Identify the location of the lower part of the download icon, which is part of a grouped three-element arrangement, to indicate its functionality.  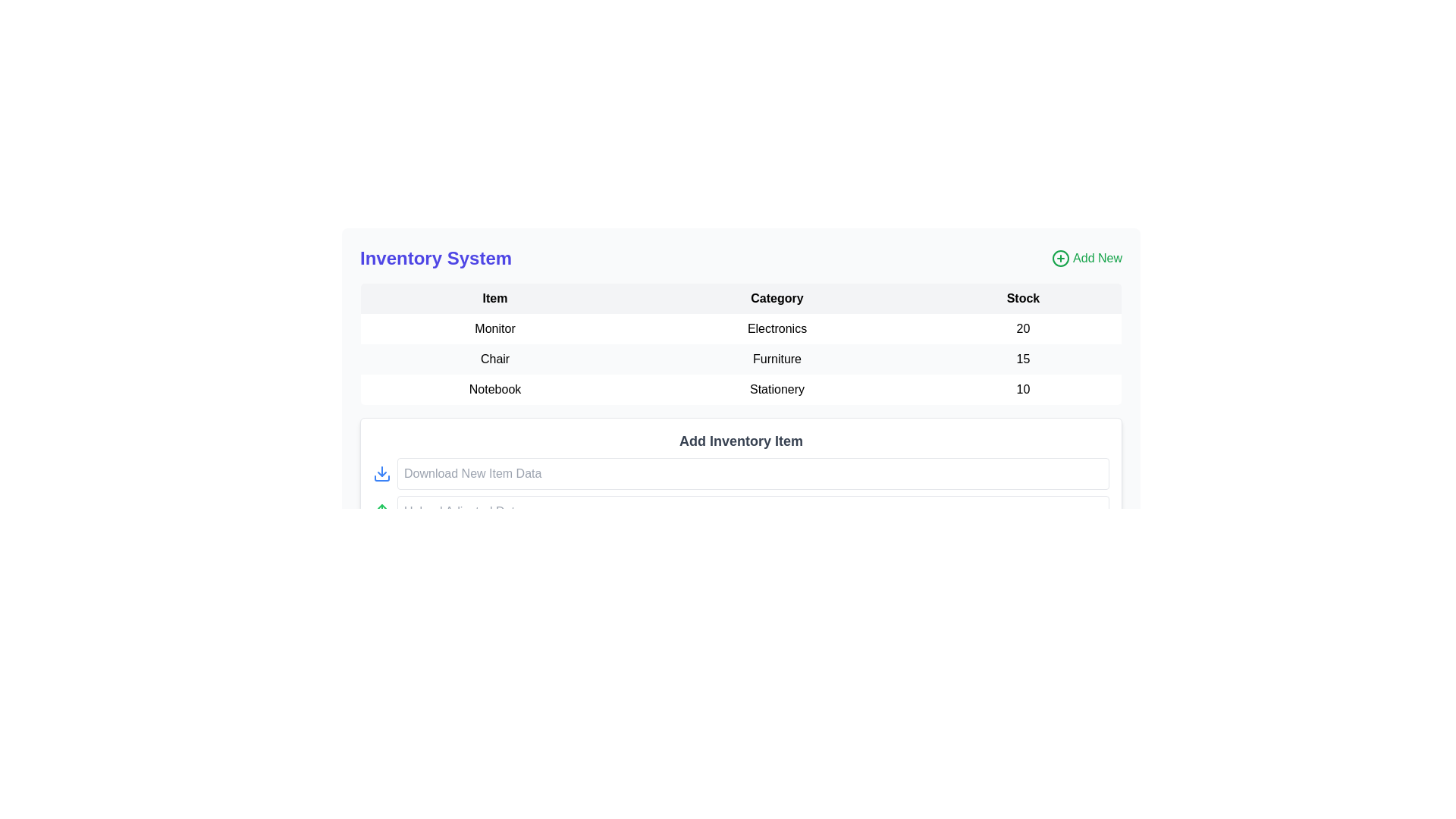
(382, 479).